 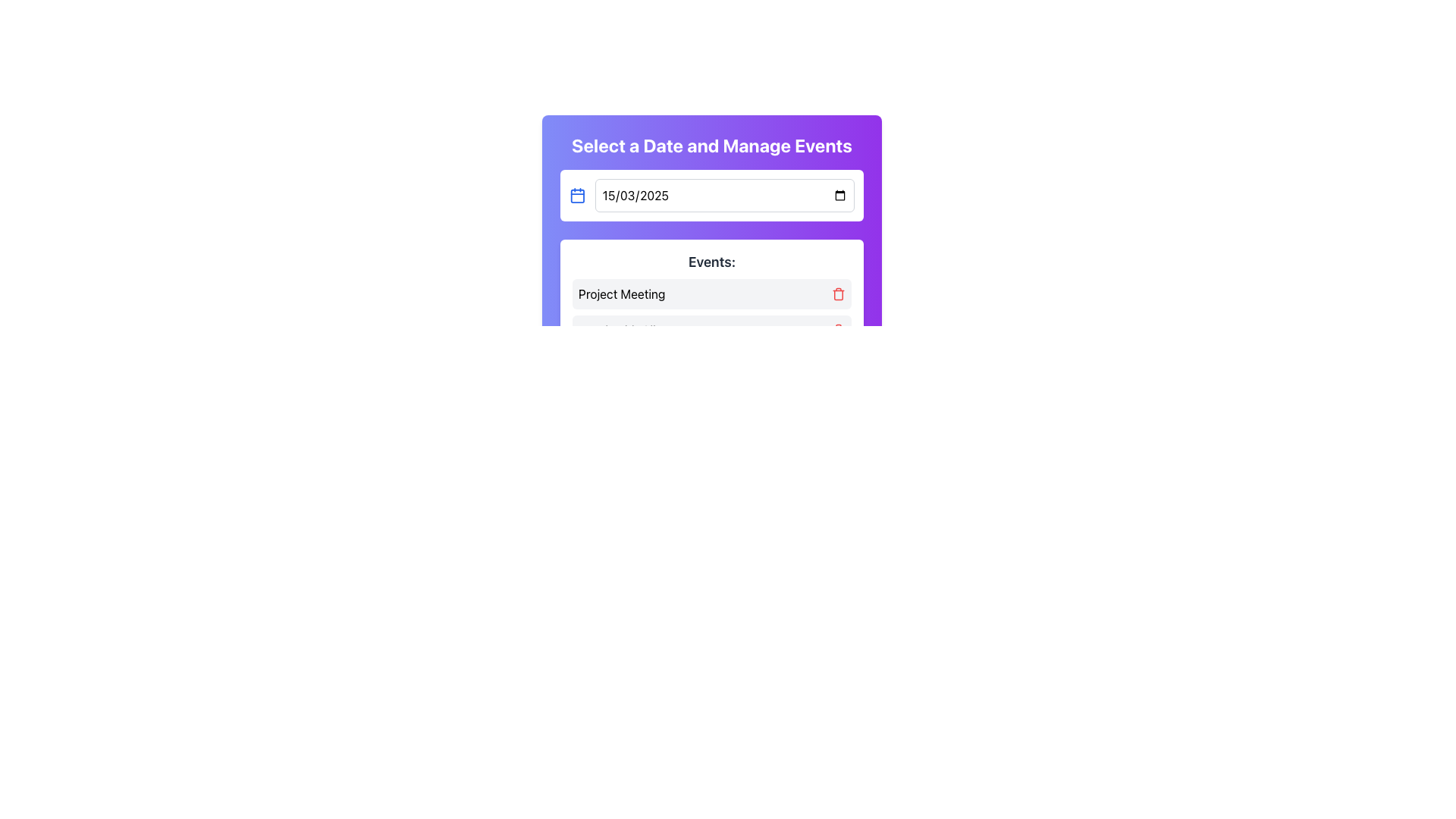 I want to click on the 'Project Meeting' list item, so click(x=711, y=294).